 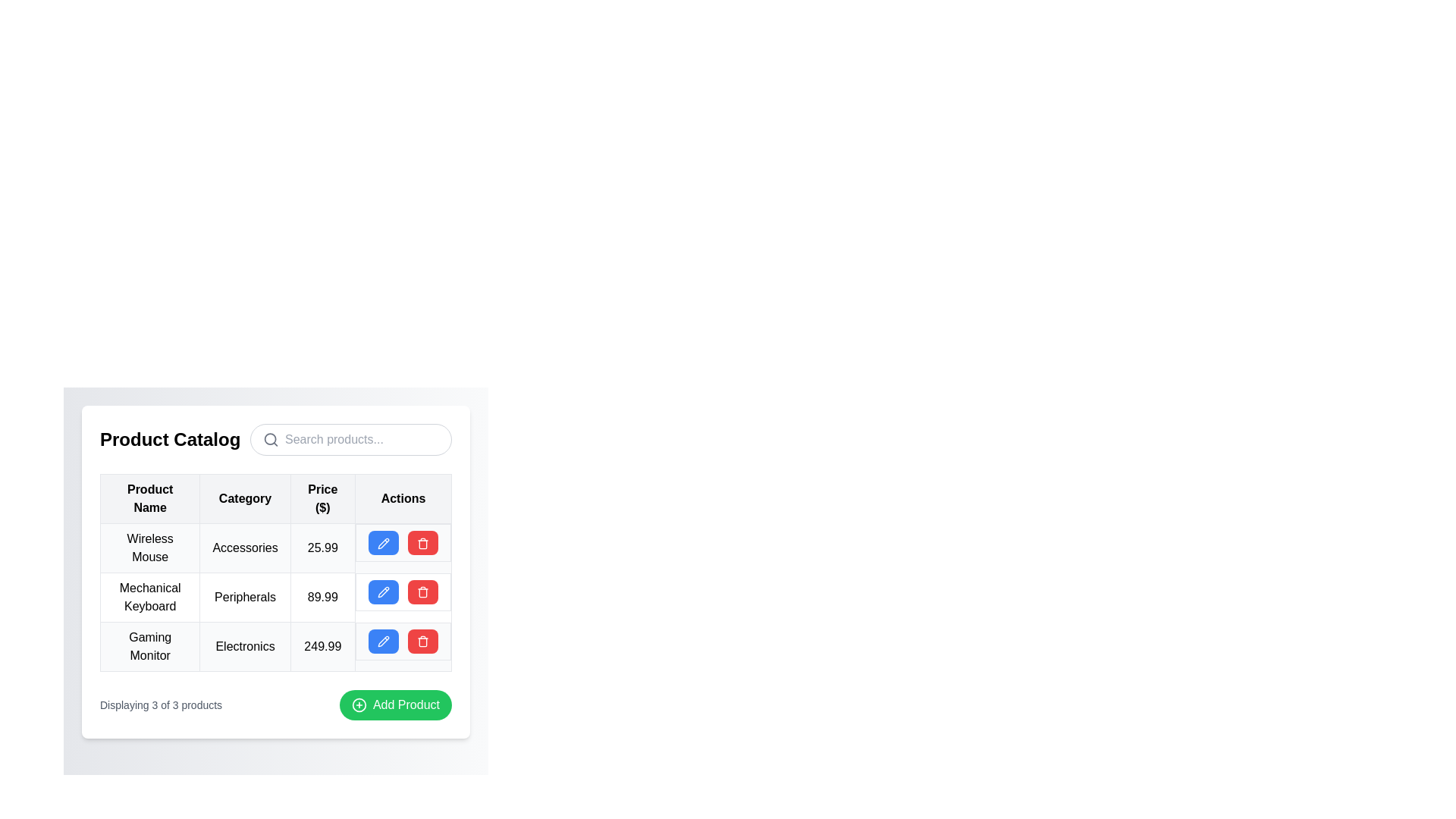 I want to click on the rectangular button with rounded corners that has a blue background and a white pencil icon, located in the center of the 'Actions' column in the first row of the table, so click(x=383, y=542).